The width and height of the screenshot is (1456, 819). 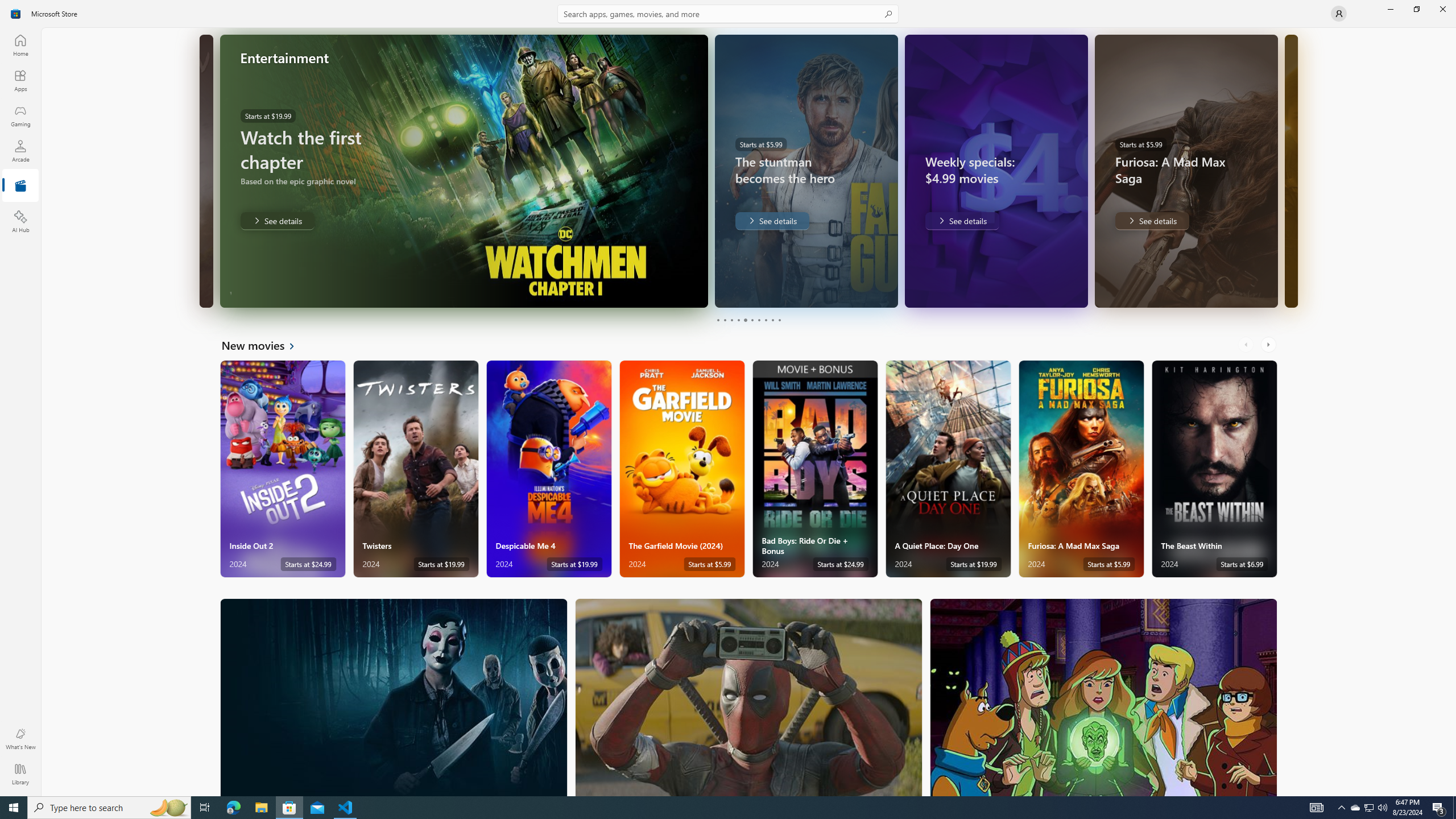 I want to click on 'Page 10', so click(x=779, y=320).